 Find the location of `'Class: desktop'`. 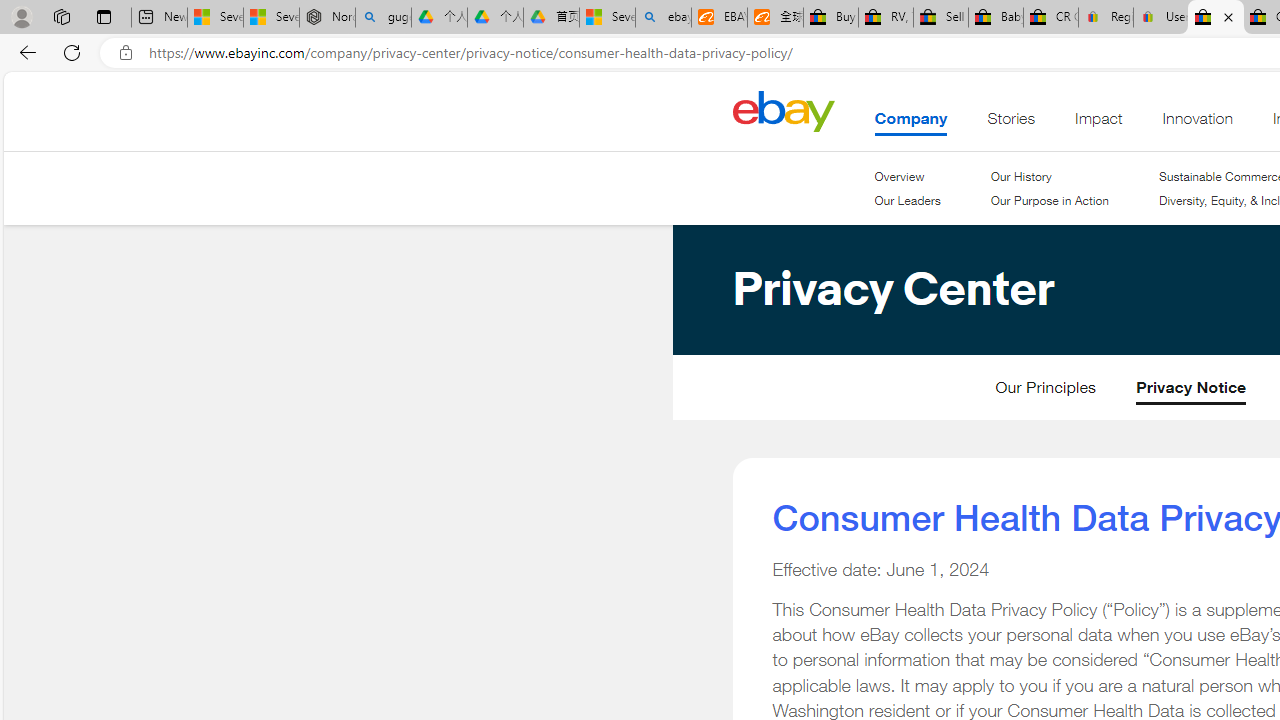

'Class: desktop' is located at coordinates (782, 111).